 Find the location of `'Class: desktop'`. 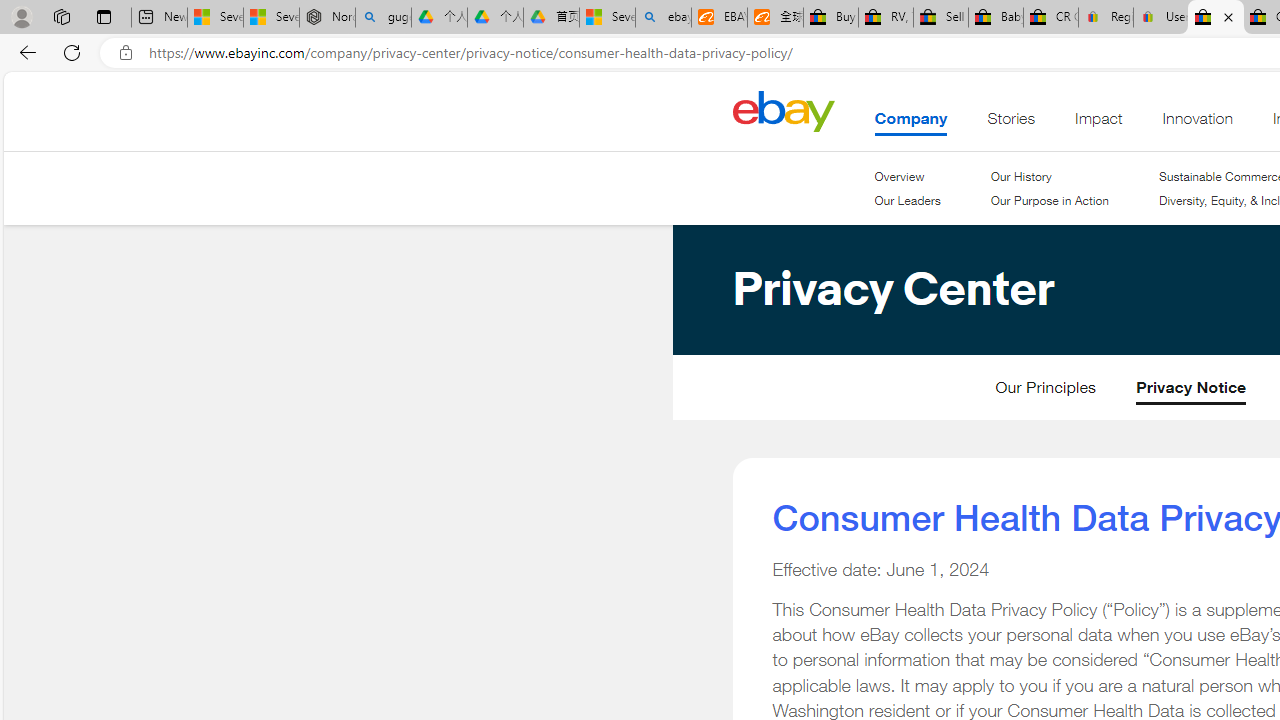

'Class: desktop' is located at coordinates (782, 111).